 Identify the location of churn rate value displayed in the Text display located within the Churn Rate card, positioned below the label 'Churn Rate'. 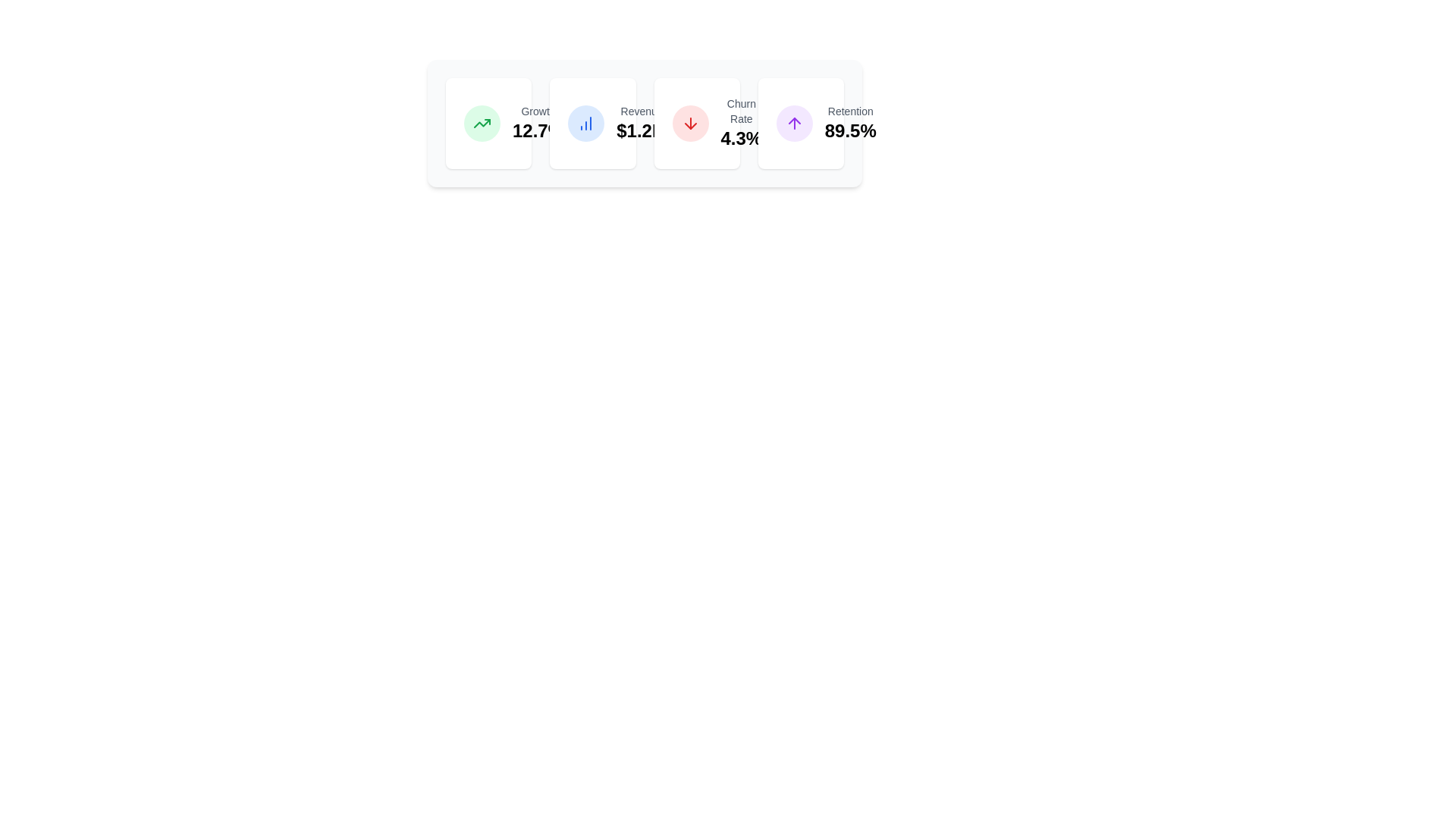
(741, 138).